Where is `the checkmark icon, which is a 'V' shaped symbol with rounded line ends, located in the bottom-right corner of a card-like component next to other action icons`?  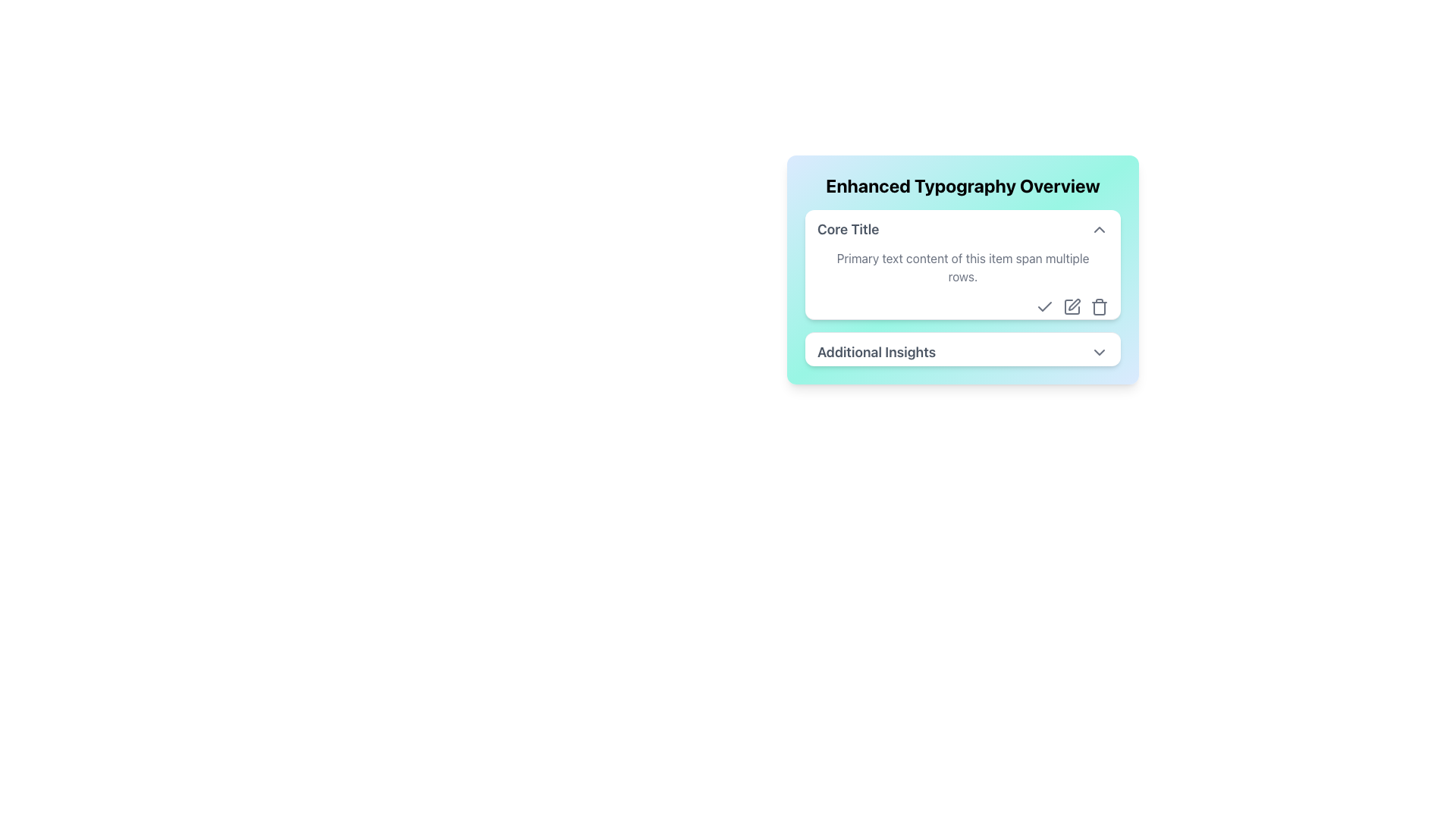
the checkmark icon, which is a 'V' shaped symbol with rounded line ends, located in the bottom-right corner of a card-like component next to other action icons is located at coordinates (1043, 306).